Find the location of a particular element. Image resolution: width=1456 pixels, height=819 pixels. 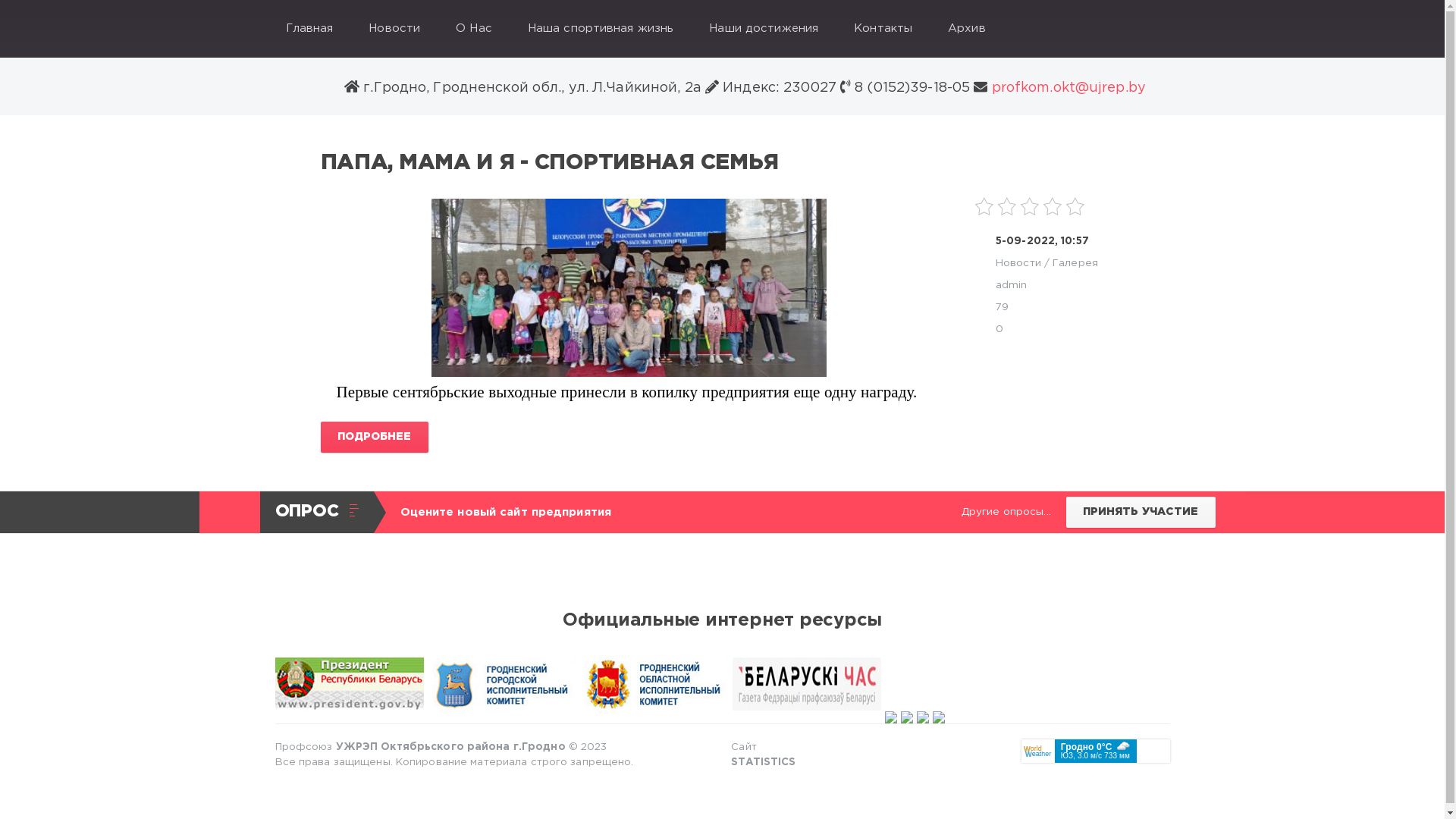

'0' is located at coordinates (996, 328).